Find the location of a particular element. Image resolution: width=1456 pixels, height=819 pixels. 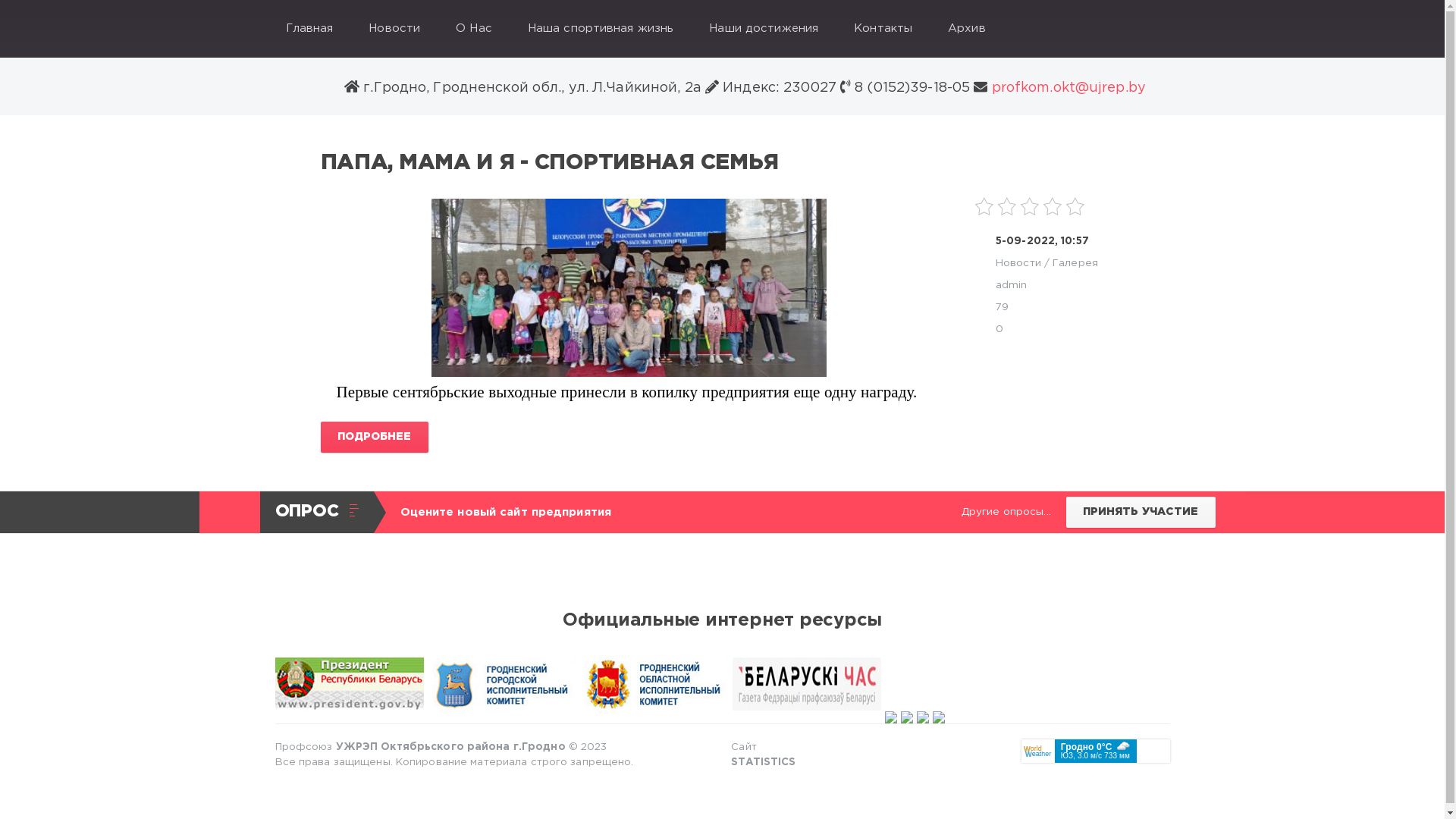

'0' is located at coordinates (996, 328).